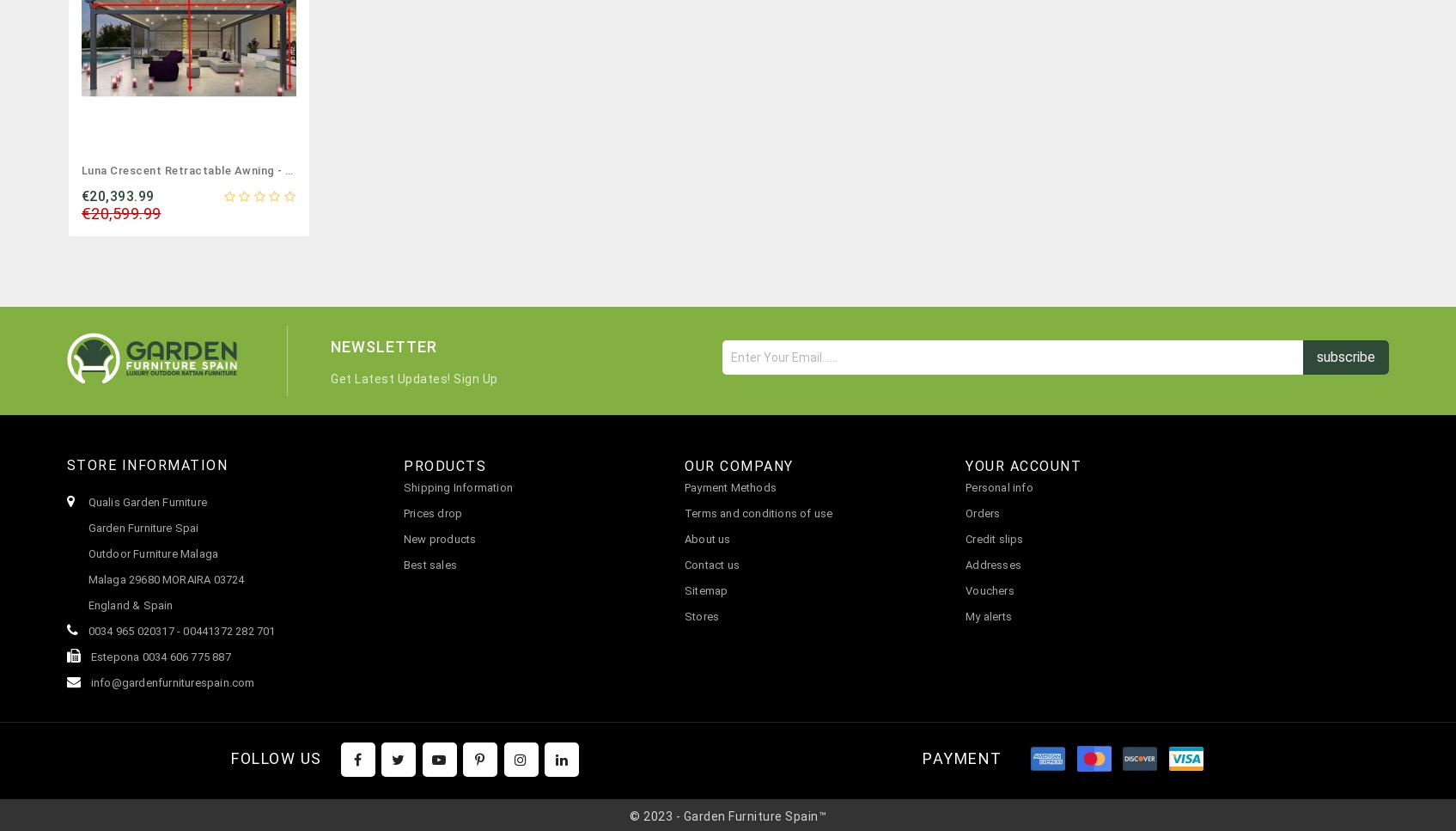 The width and height of the screenshot is (1456, 831). What do you see at coordinates (712, 563) in the screenshot?
I see `'Contact us'` at bounding box center [712, 563].